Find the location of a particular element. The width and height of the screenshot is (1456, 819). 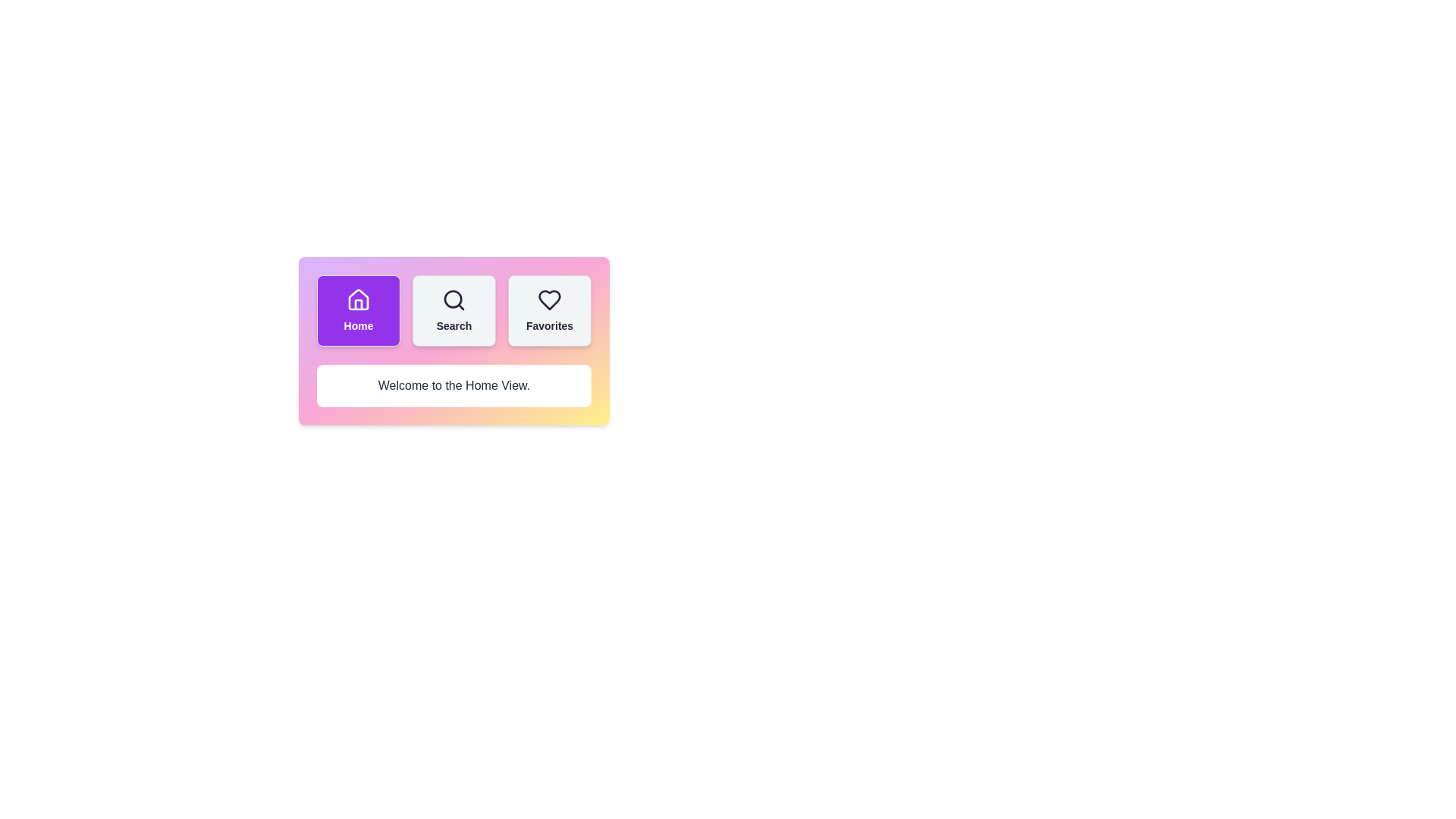

the house icon representing the 'Home' button, located at the top-left corner of the button group is located at coordinates (358, 300).